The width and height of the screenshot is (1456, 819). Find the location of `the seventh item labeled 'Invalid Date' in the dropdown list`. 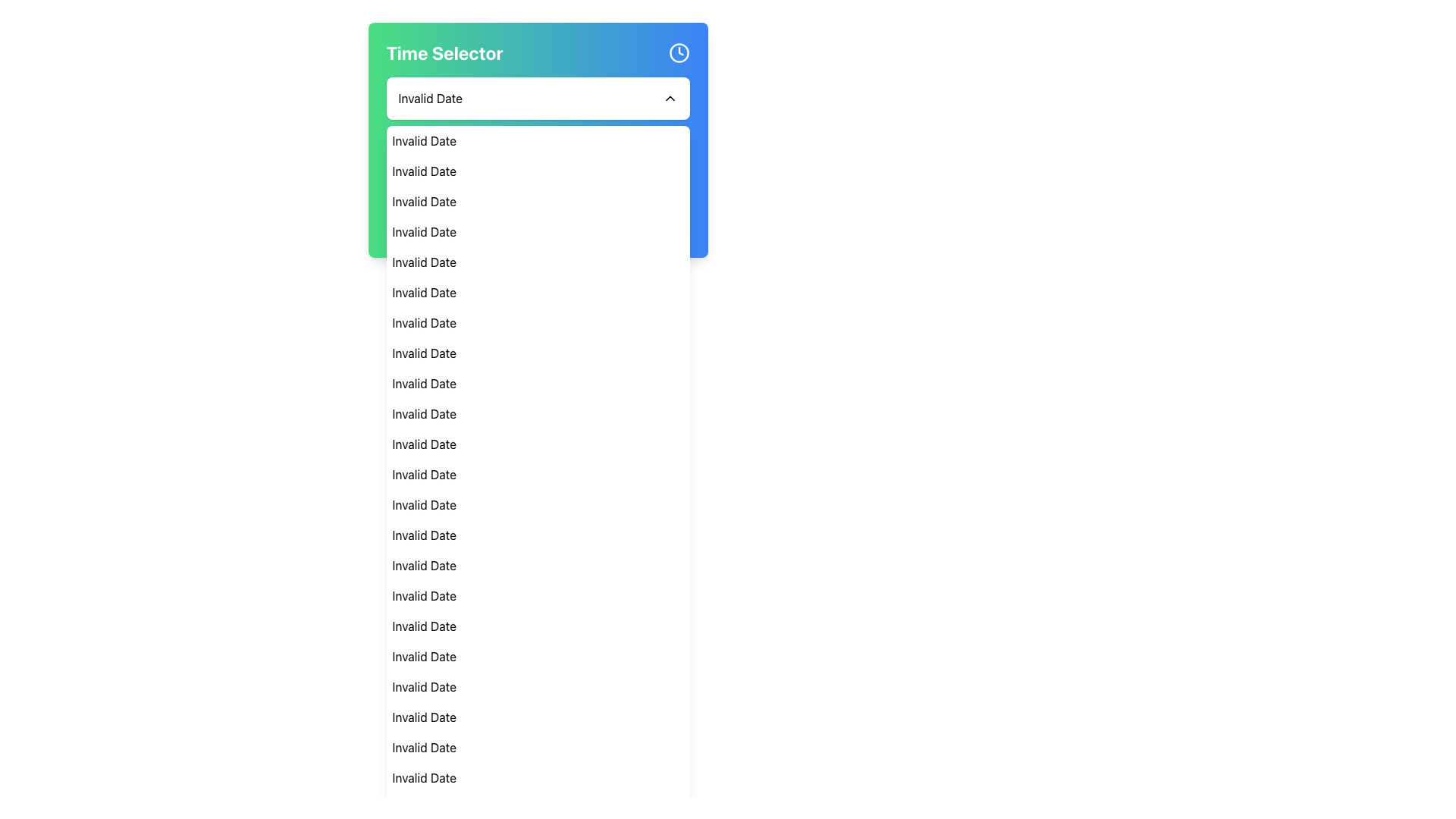

the seventh item labeled 'Invalid Date' in the dropdown list is located at coordinates (538, 322).